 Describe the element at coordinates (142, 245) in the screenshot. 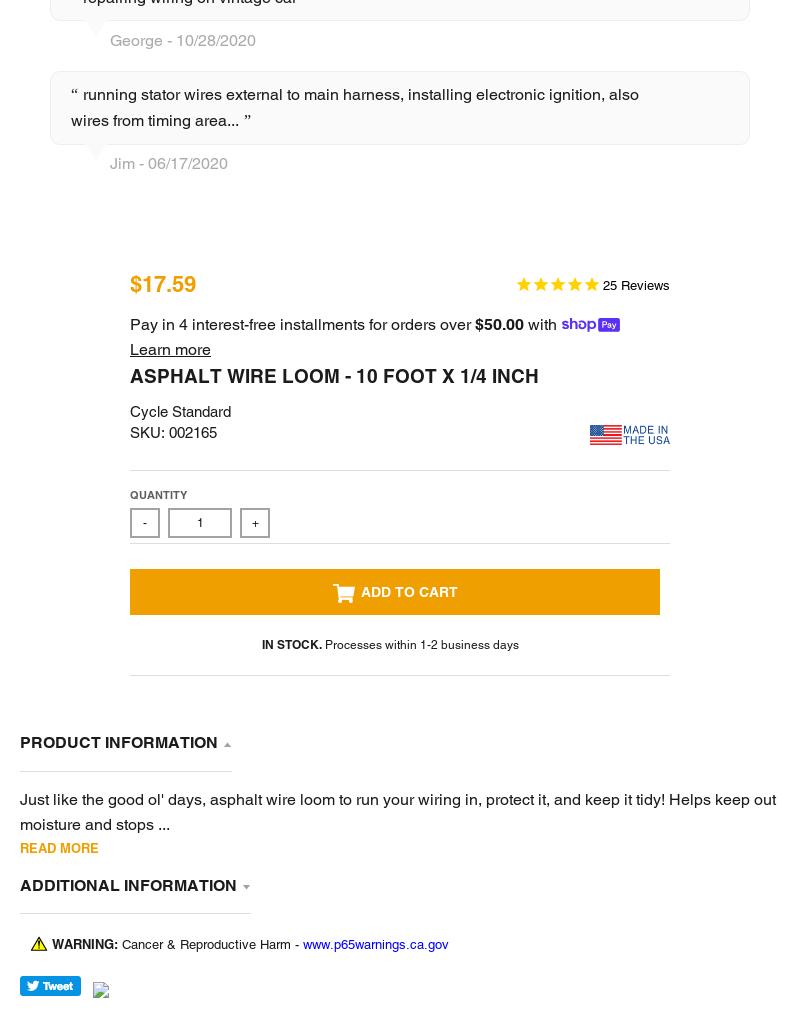

I see `'United States'` at that location.